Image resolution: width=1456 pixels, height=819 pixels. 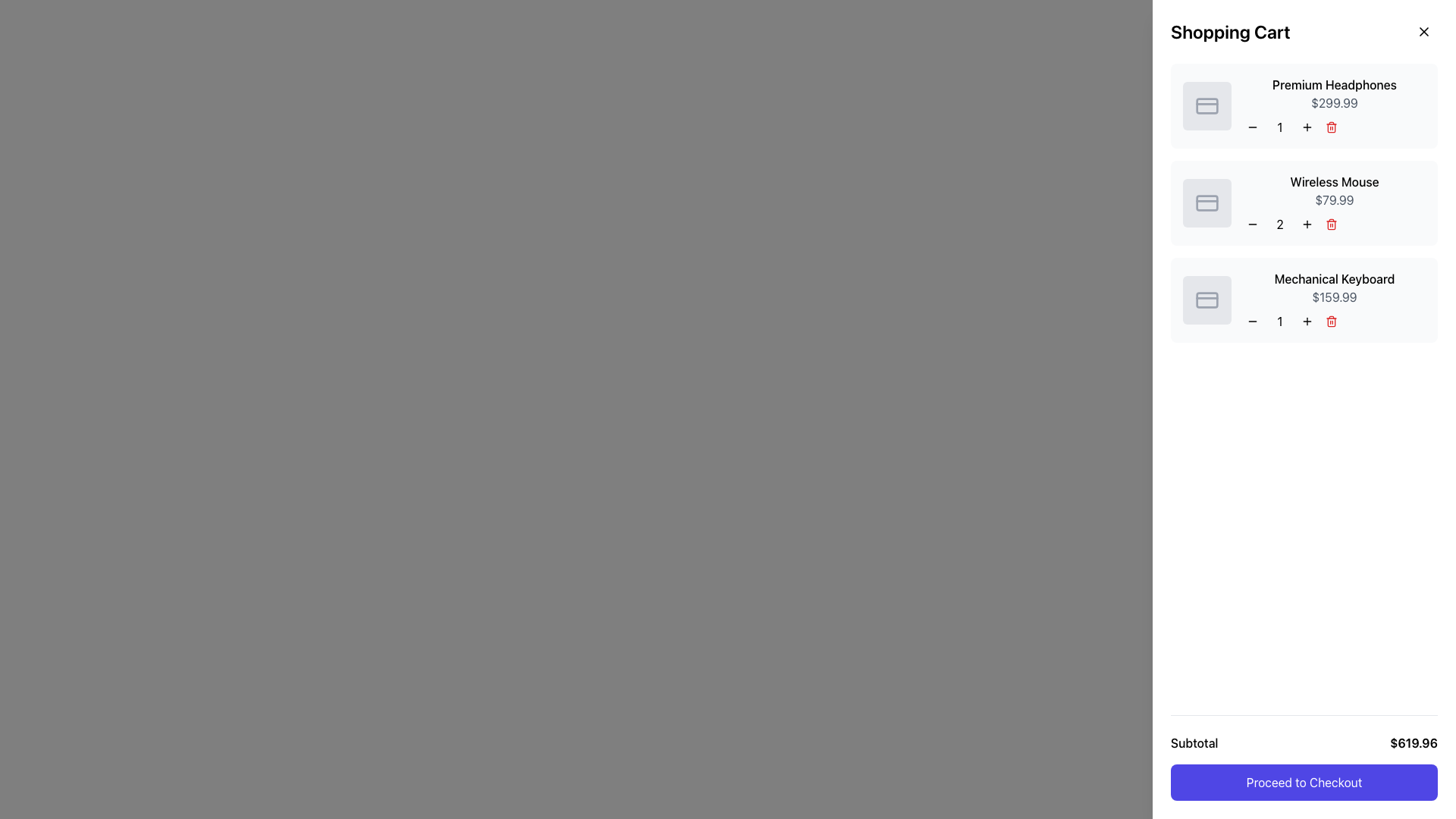 What do you see at coordinates (1230, 32) in the screenshot?
I see `the text element that labels the shopping cart section, located in the top left corner of the shopping cart panel` at bounding box center [1230, 32].